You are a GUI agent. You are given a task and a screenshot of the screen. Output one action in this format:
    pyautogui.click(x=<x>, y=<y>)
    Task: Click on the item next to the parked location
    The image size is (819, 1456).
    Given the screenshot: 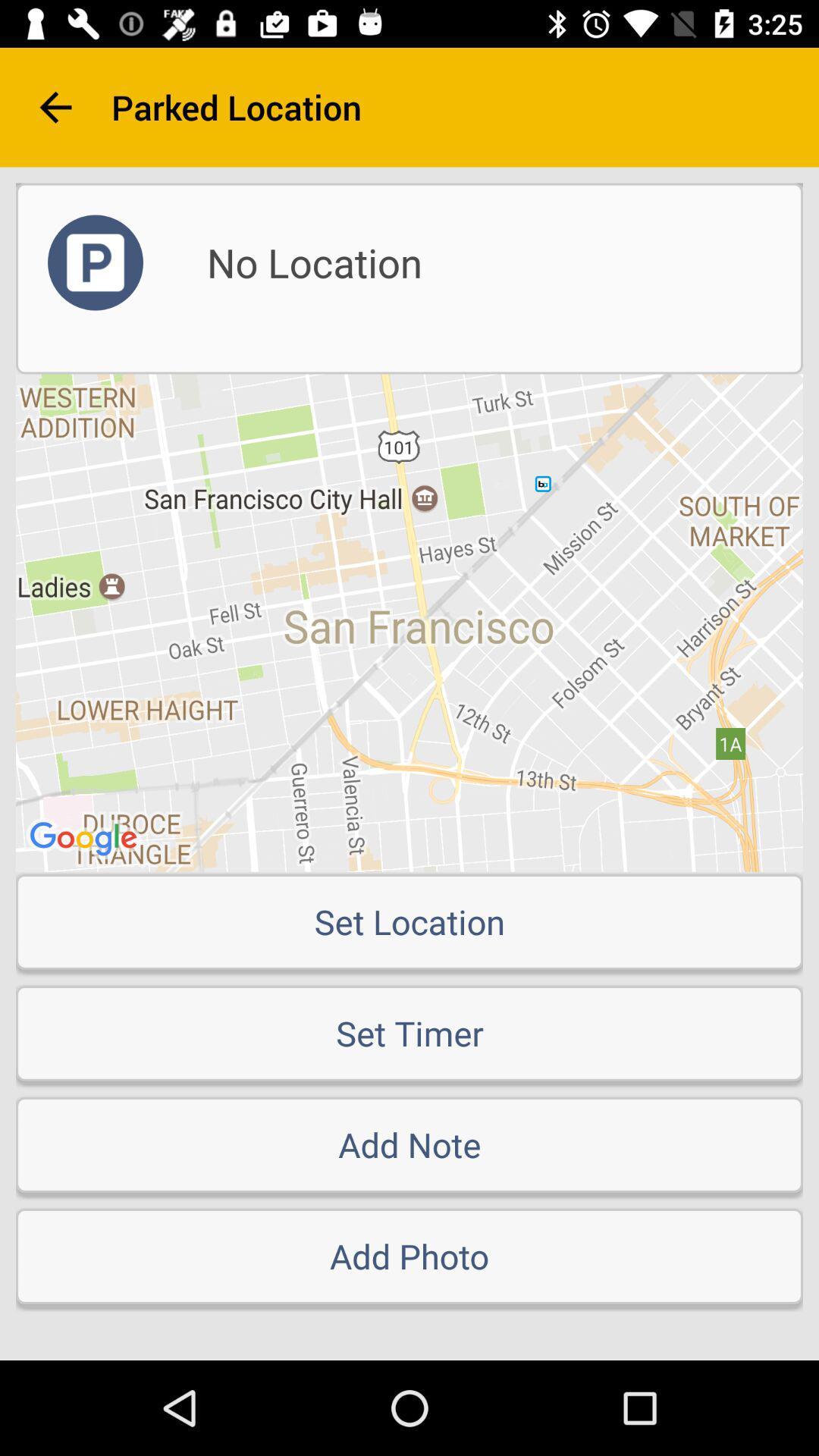 What is the action you would take?
    pyautogui.click(x=55, y=106)
    